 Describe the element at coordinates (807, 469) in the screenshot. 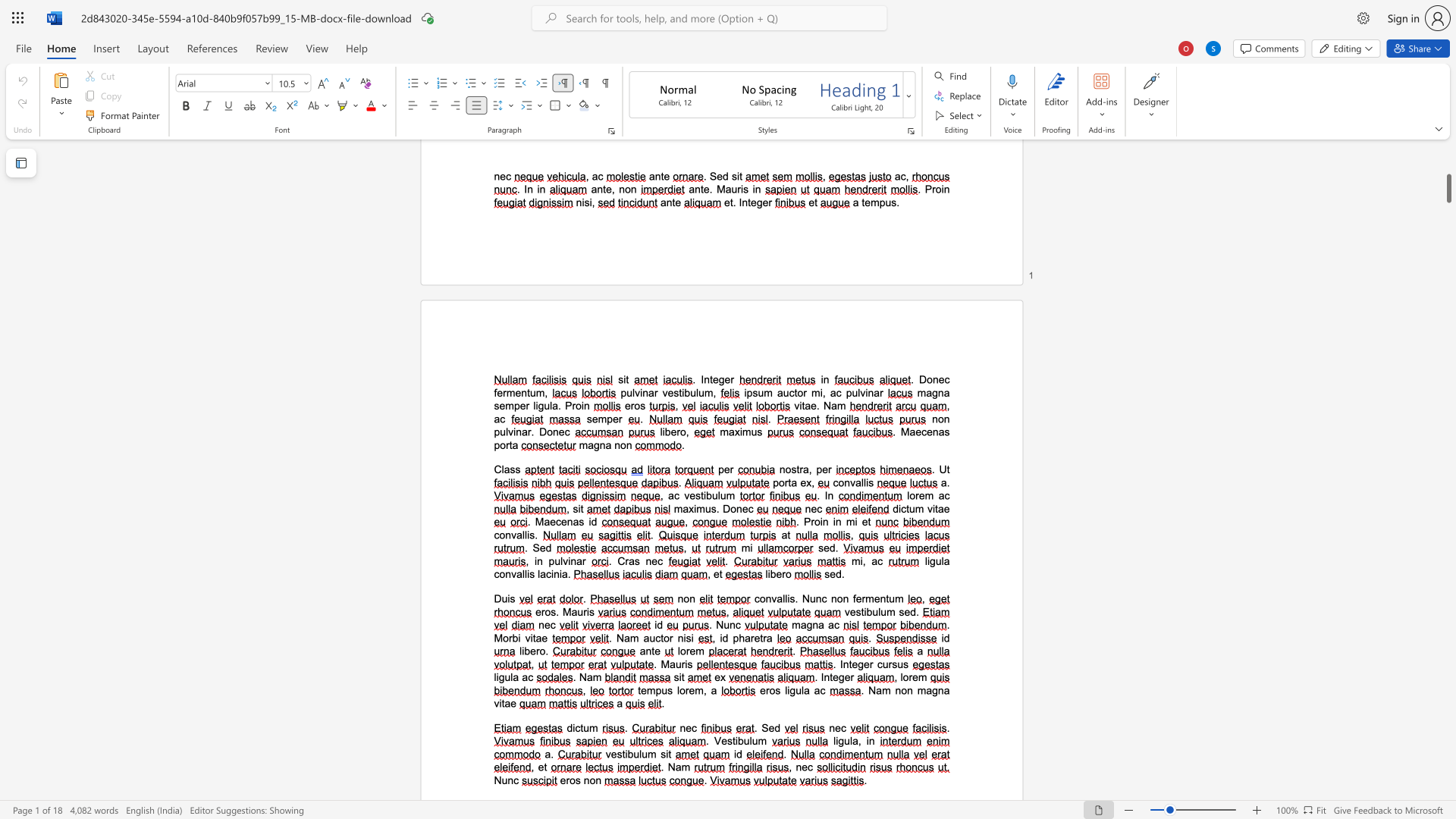

I see `the space between the continuous character "a" and "," in the text` at that location.